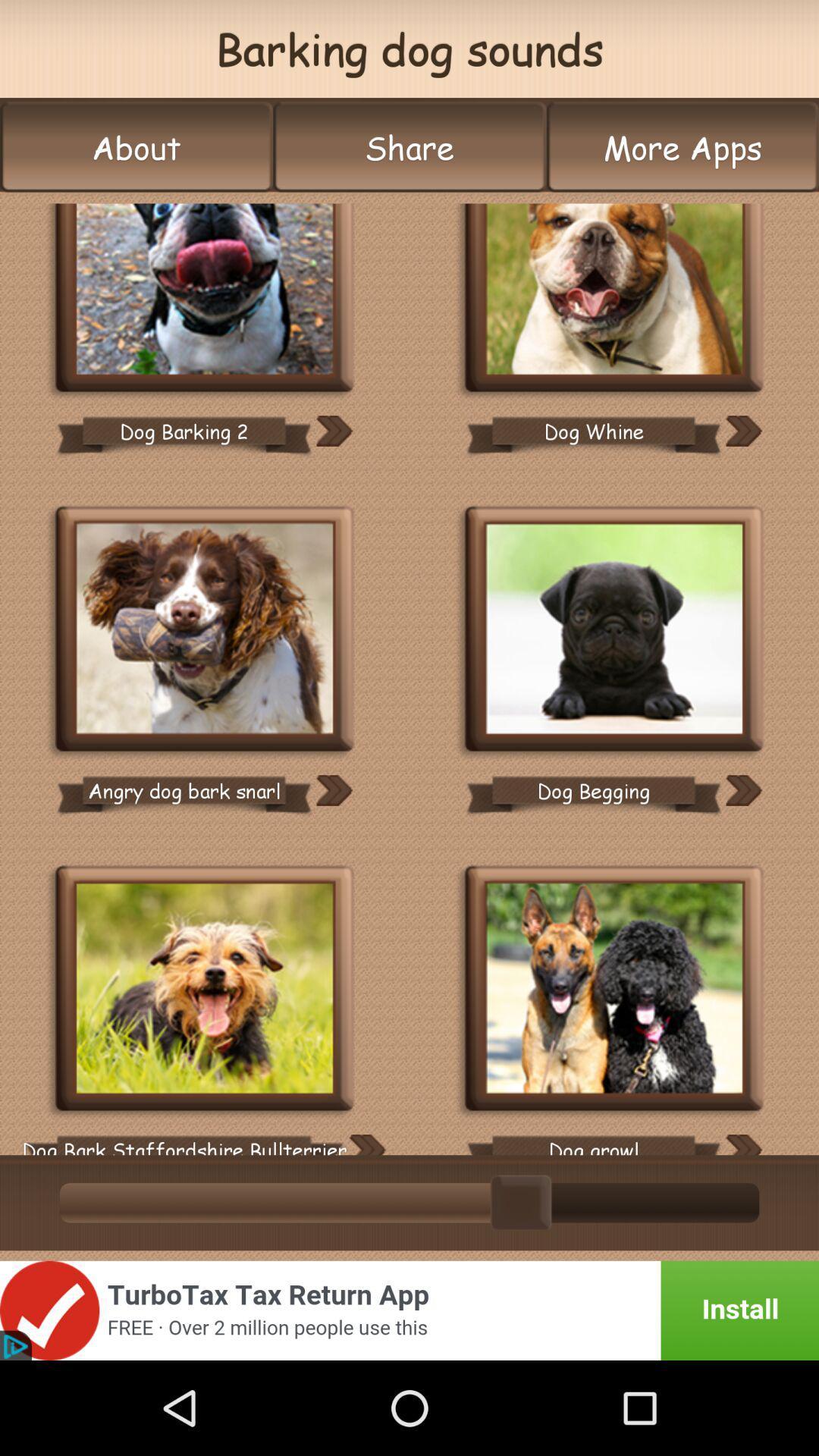  Describe the element at coordinates (682, 147) in the screenshot. I see `the more apps button` at that location.